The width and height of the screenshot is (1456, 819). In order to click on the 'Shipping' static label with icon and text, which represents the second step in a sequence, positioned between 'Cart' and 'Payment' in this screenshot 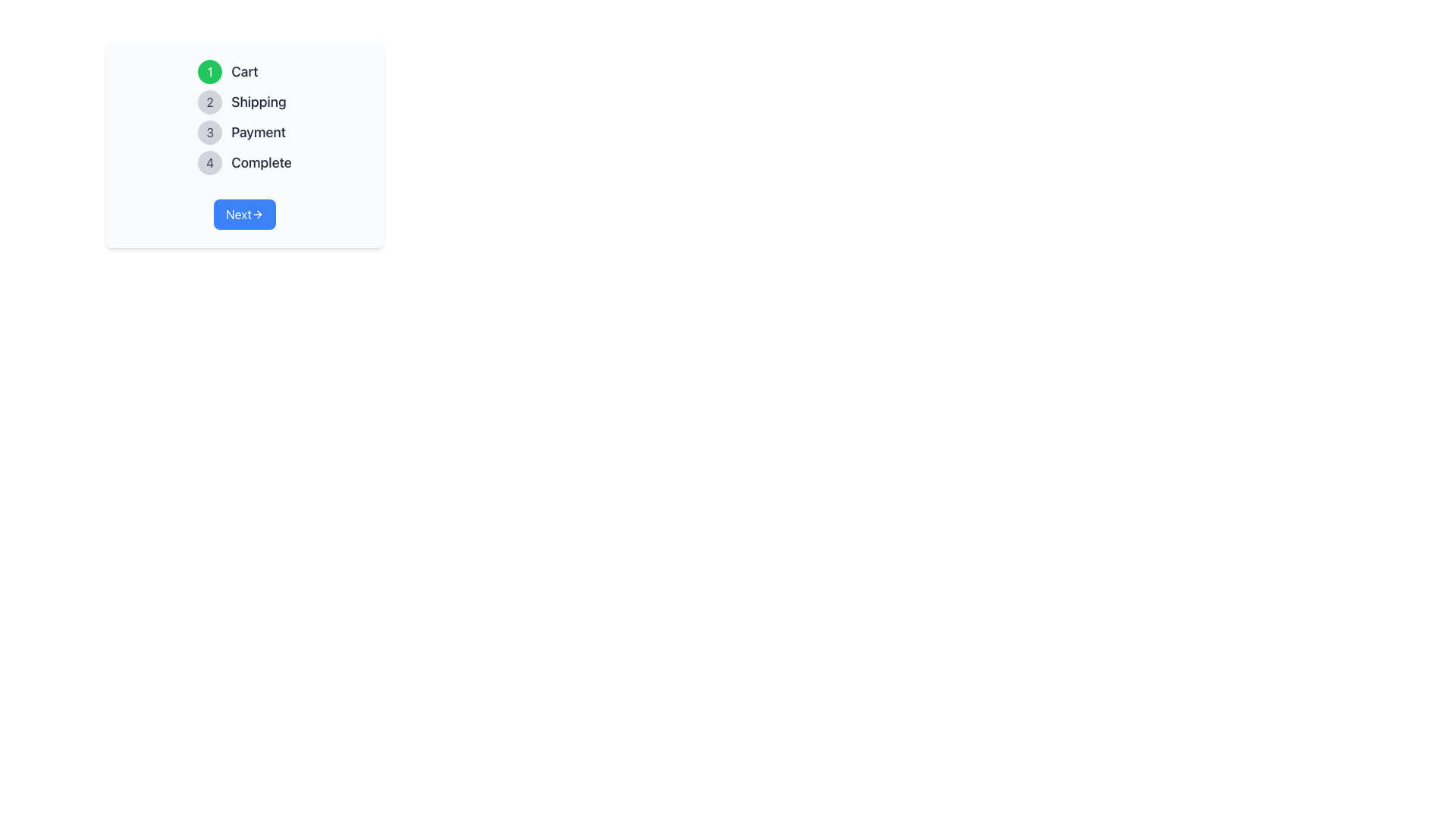, I will do `click(244, 102)`.